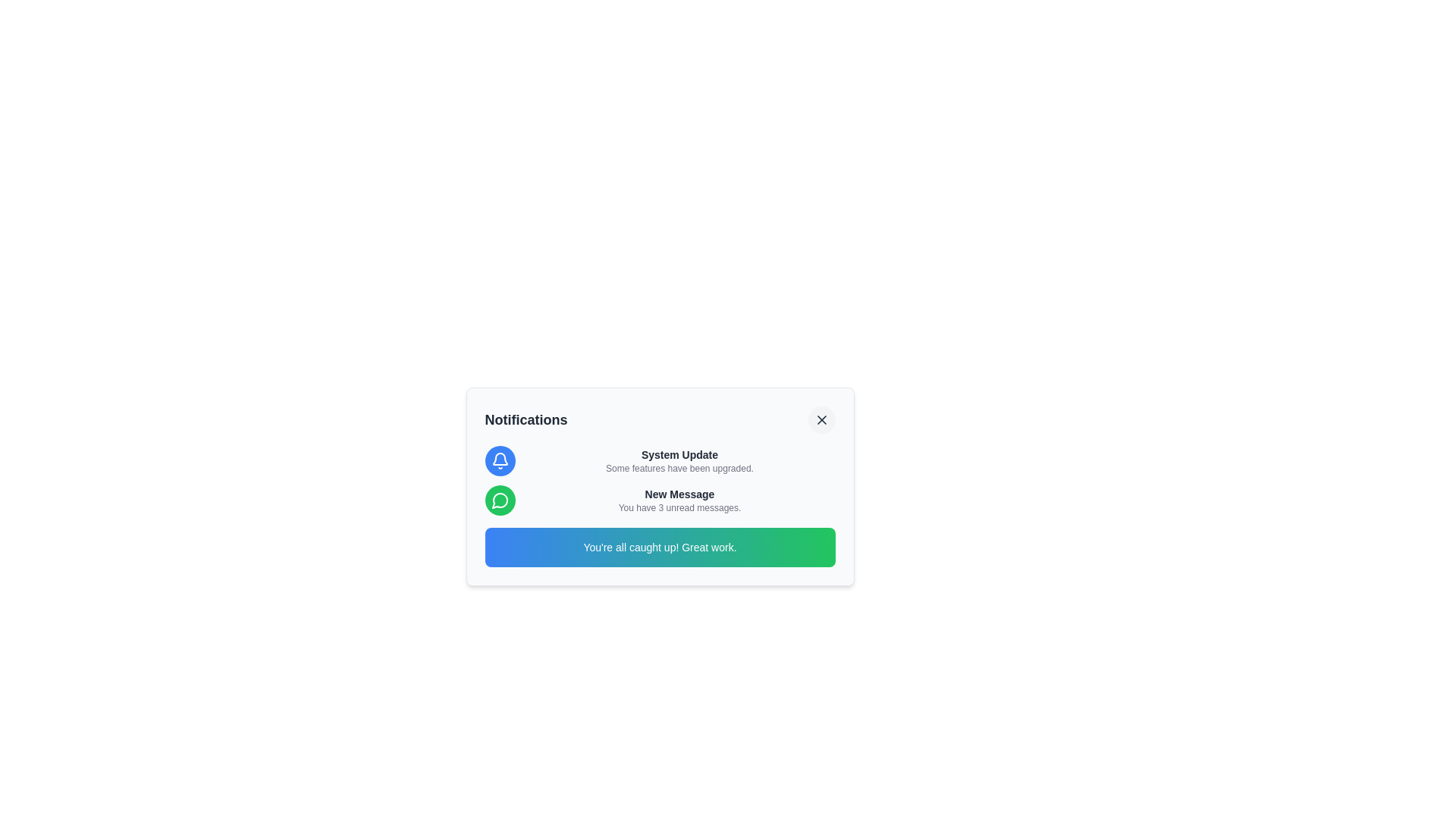 This screenshot has height=819, width=1456. Describe the element at coordinates (821, 420) in the screenshot. I see `the X-shaped close button with a black icon on a light gray circular background` at that location.